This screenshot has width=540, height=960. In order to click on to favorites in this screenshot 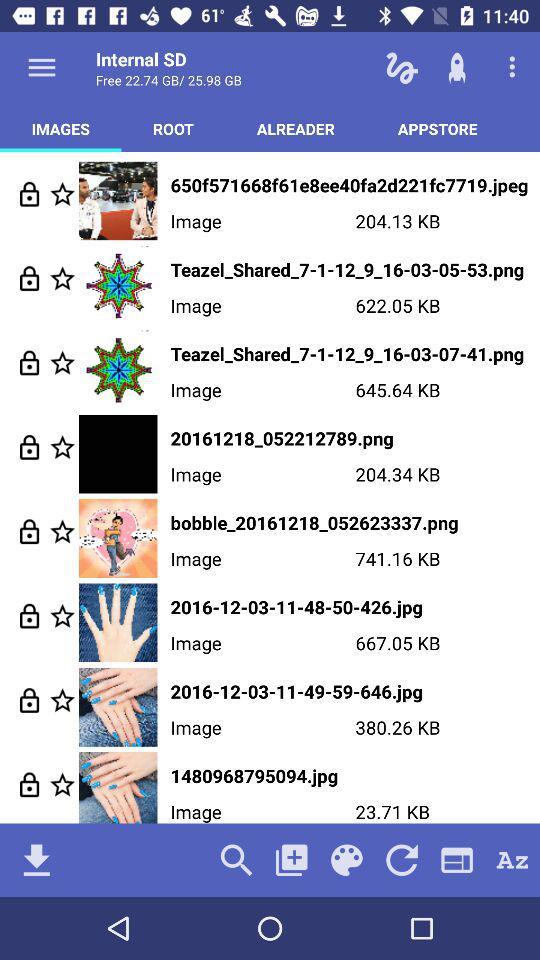, I will do `click(62, 194)`.